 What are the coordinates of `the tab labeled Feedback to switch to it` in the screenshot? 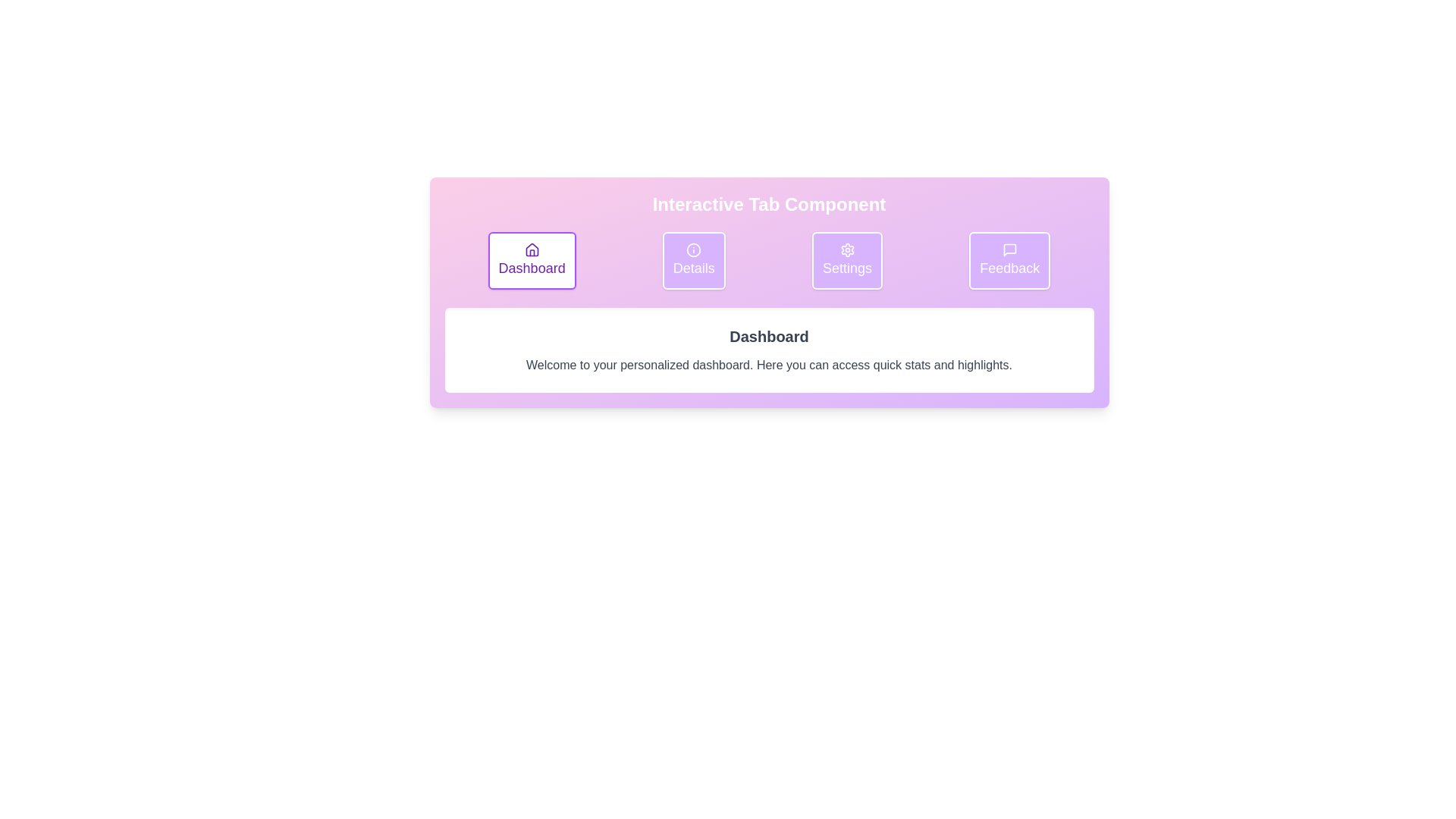 It's located at (1009, 259).